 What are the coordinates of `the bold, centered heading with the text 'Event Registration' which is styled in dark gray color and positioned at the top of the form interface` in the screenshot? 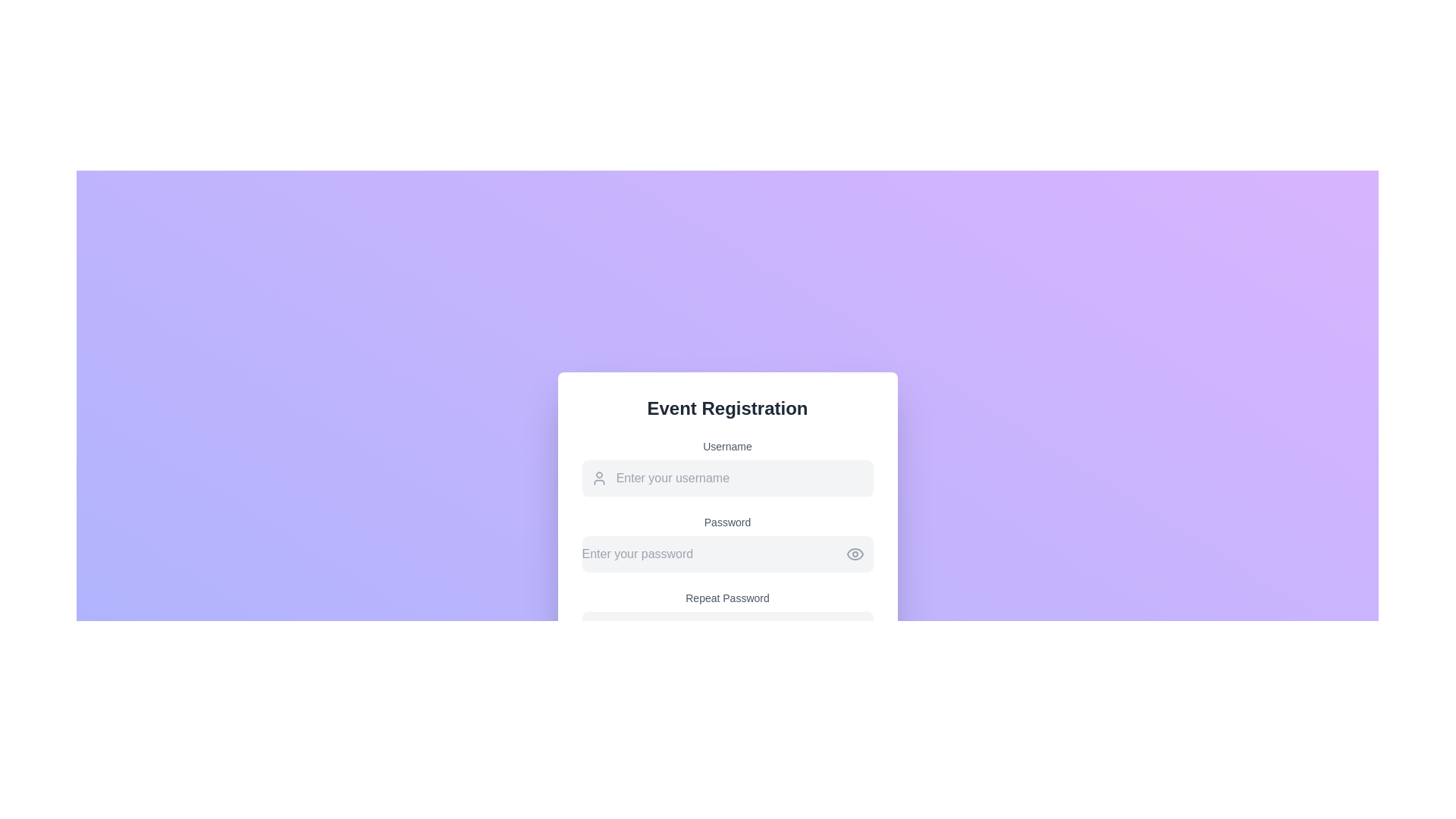 It's located at (726, 408).